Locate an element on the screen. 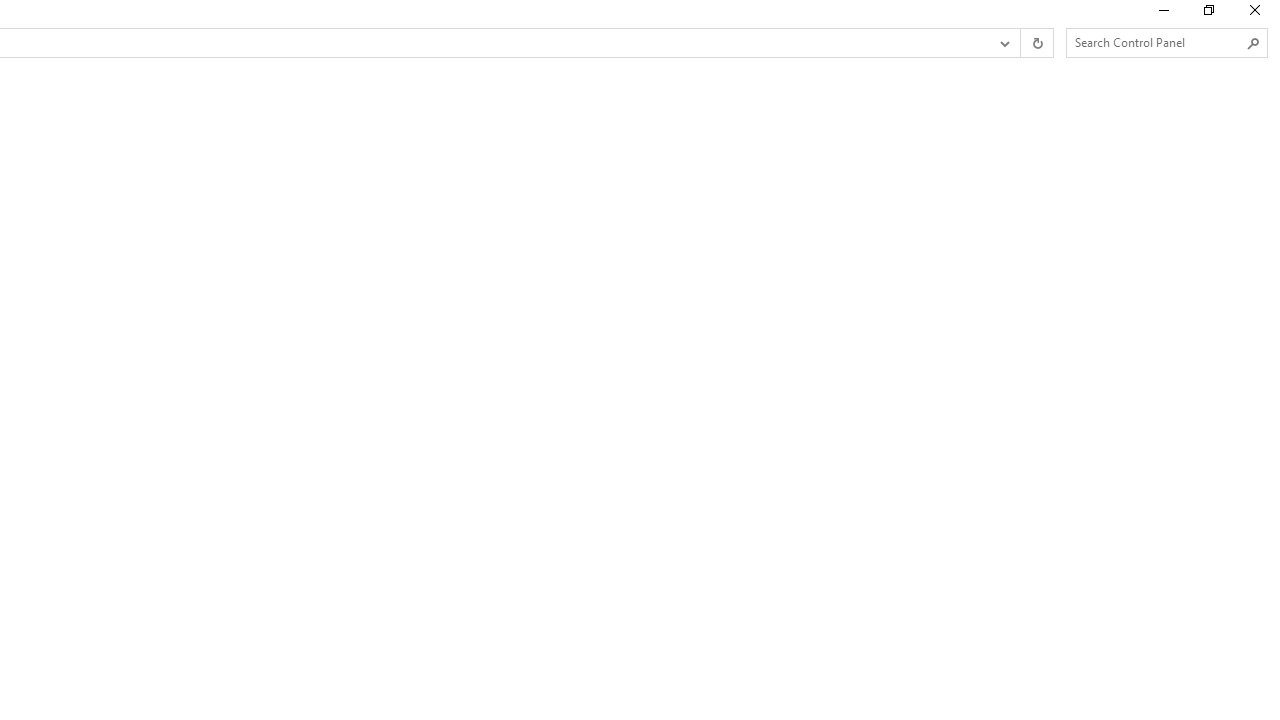 The height and width of the screenshot is (720, 1280). 'Search Box' is located at coordinates (1157, 42).